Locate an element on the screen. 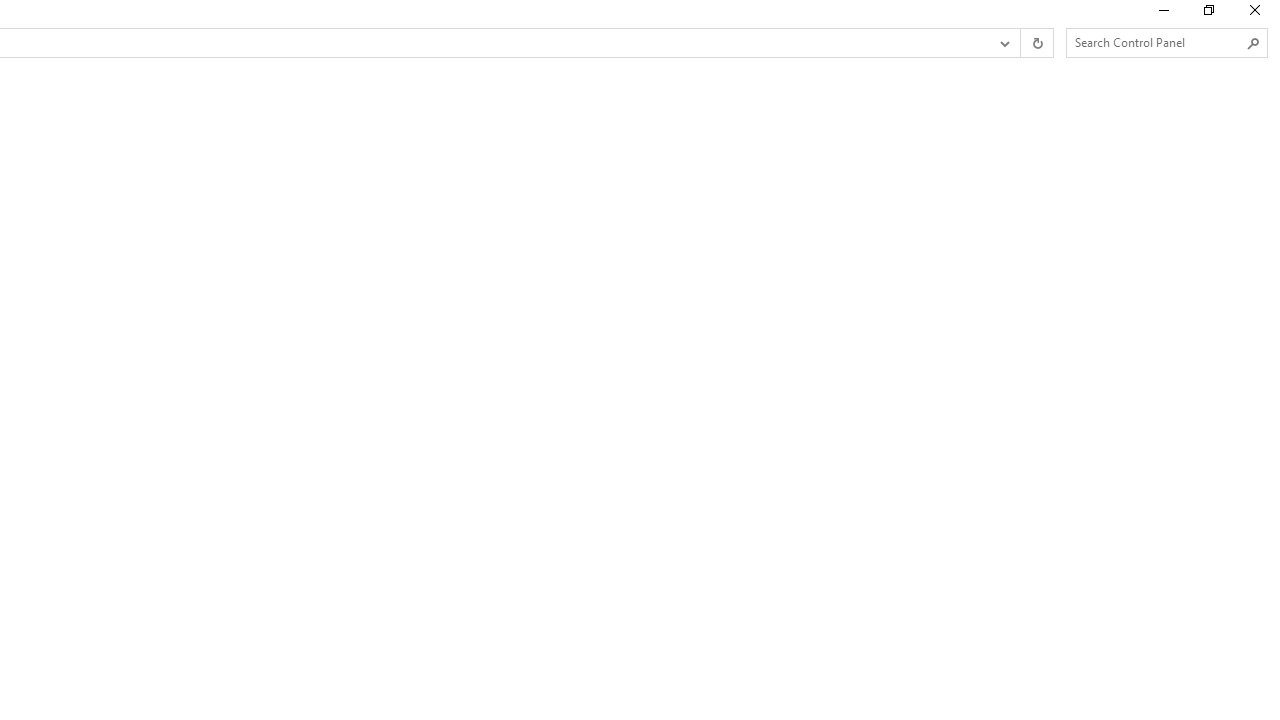 The height and width of the screenshot is (720, 1280). 'Search Box' is located at coordinates (1157, 42).